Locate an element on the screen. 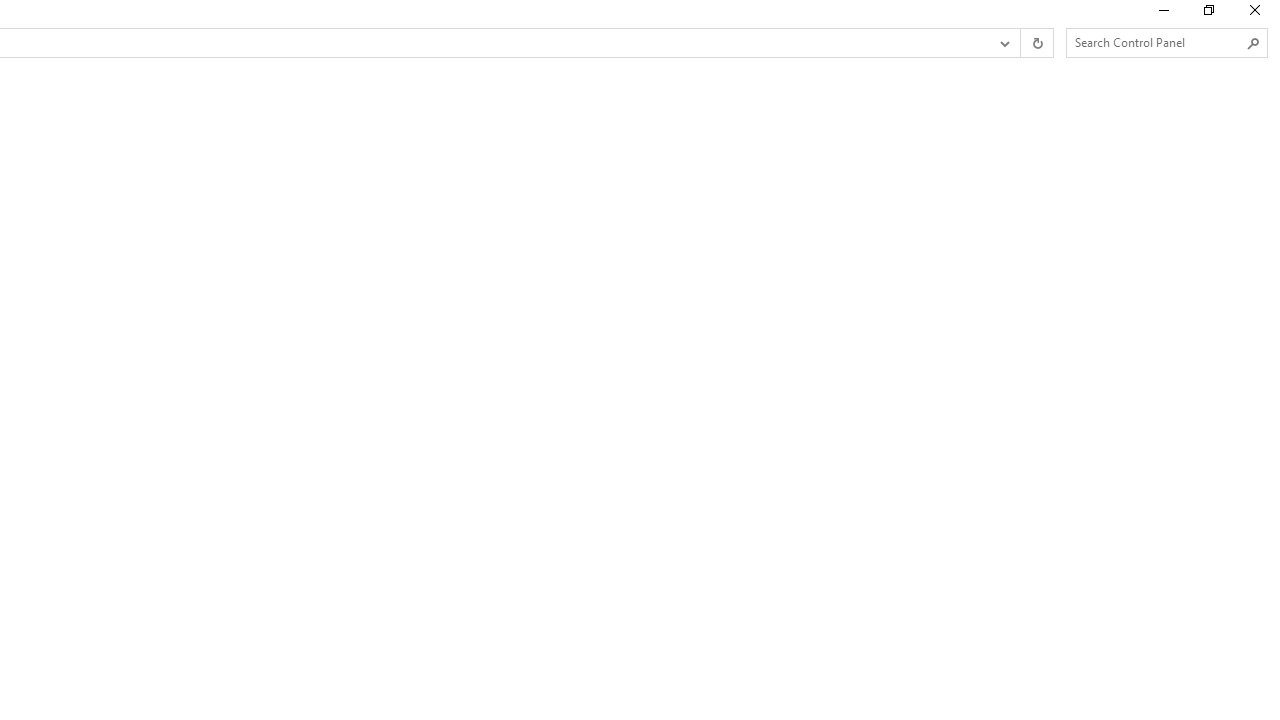 The height and width of the screenshot is (720, 1280). 'Search Box' is located at coordinates (1157, 42).